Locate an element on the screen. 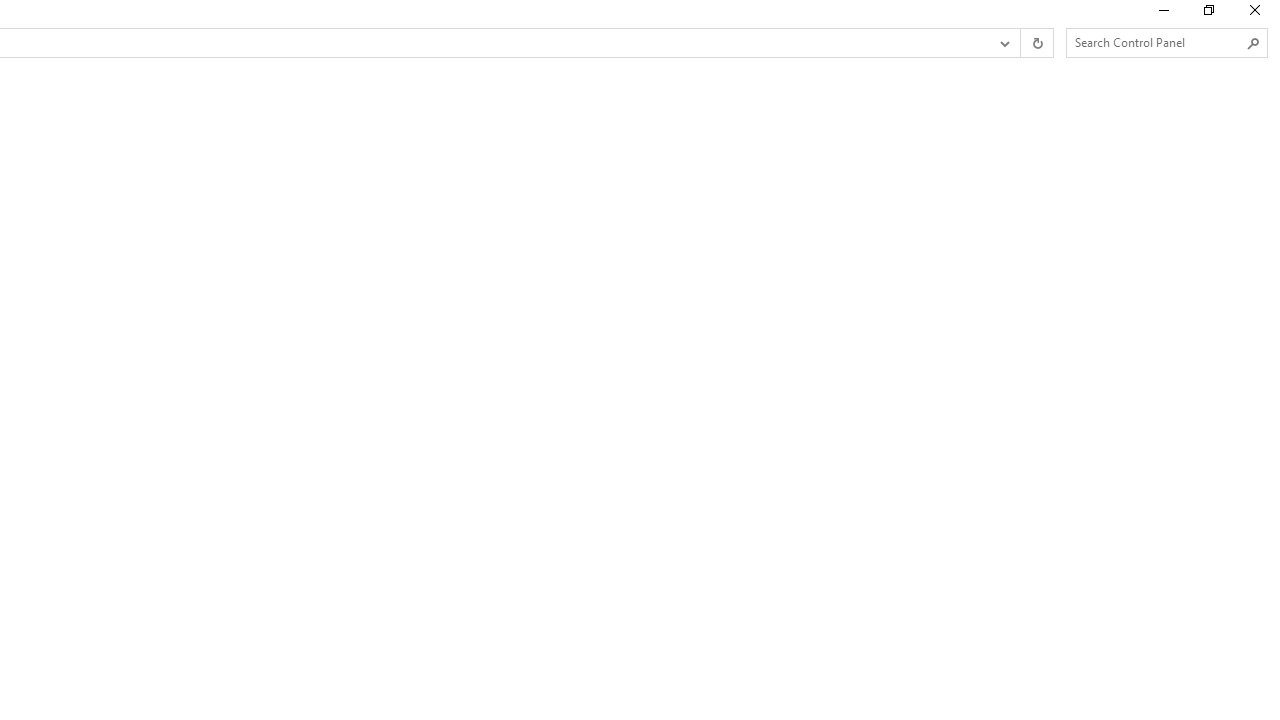 The height and width of the screenshot is (720, 1280). 'Search Box' is located at coordinates (1157, 42).